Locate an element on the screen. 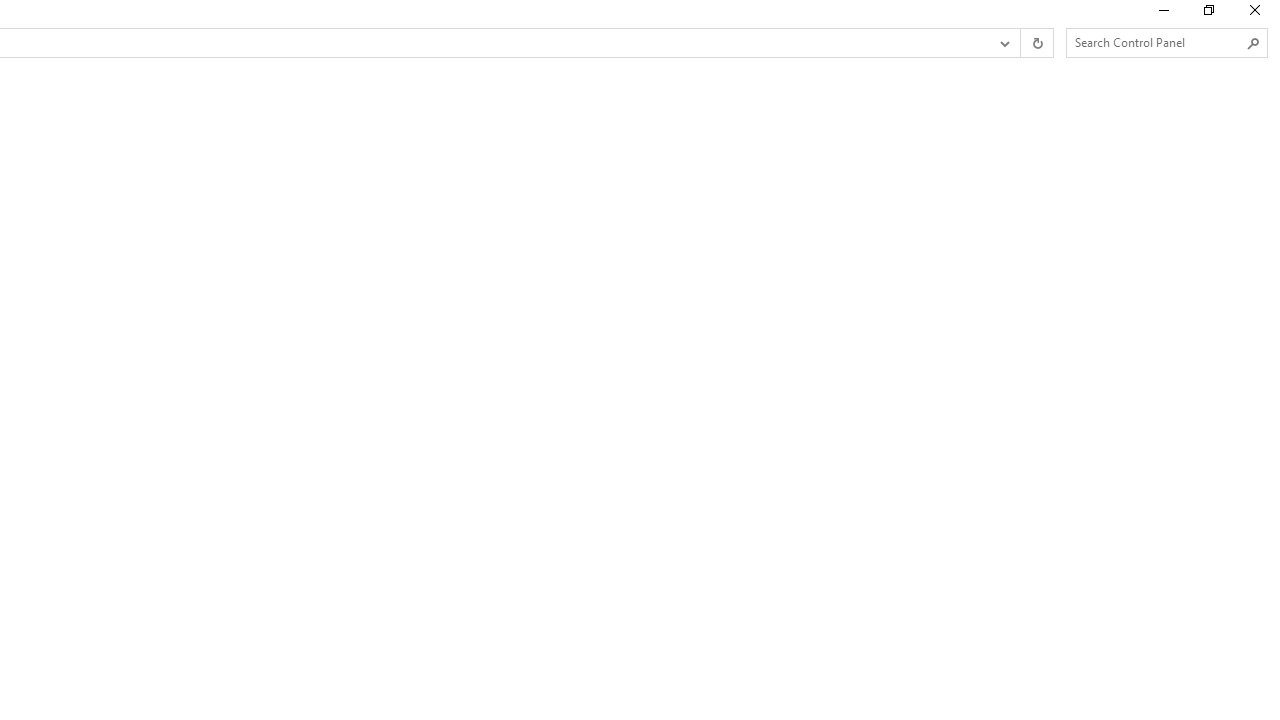 The height and width of the screenshot is (720, 1280). 'Search Box' is located at coordinates (1157, 42).